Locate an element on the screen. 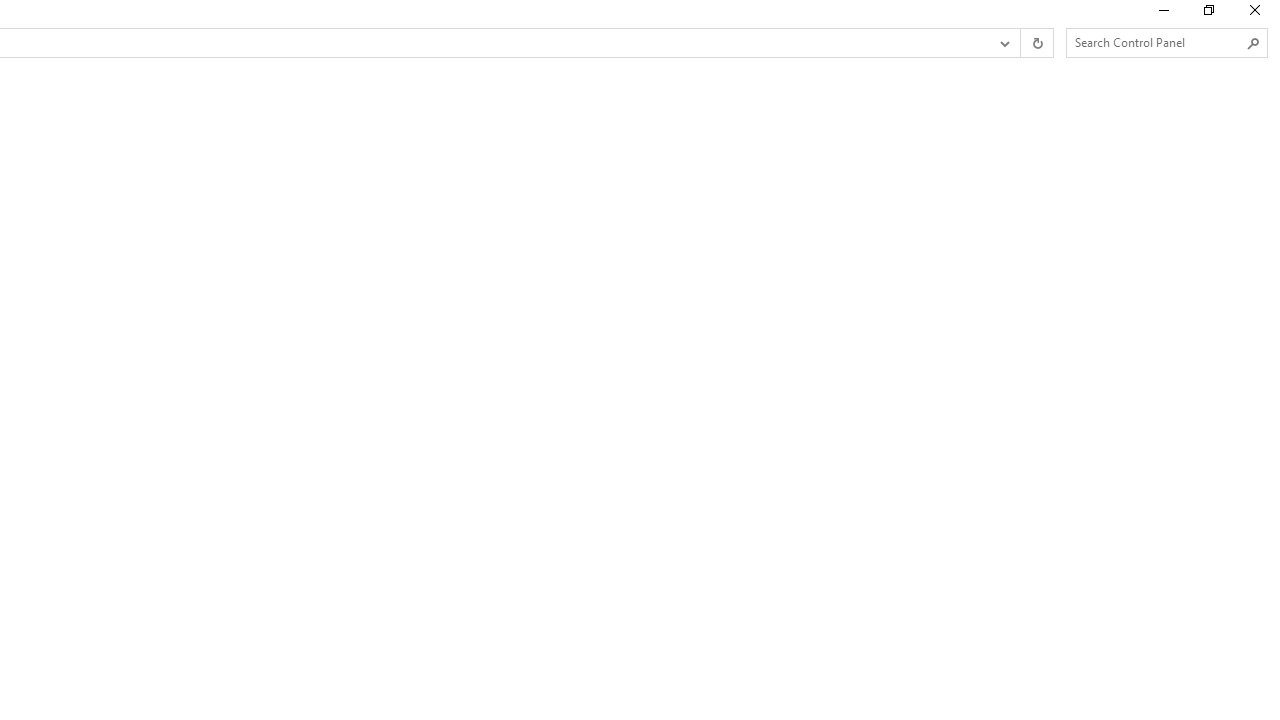 The height and width of the screenshot is (720, 1280). 'Search Box' is located at coordinates (1157, 42).